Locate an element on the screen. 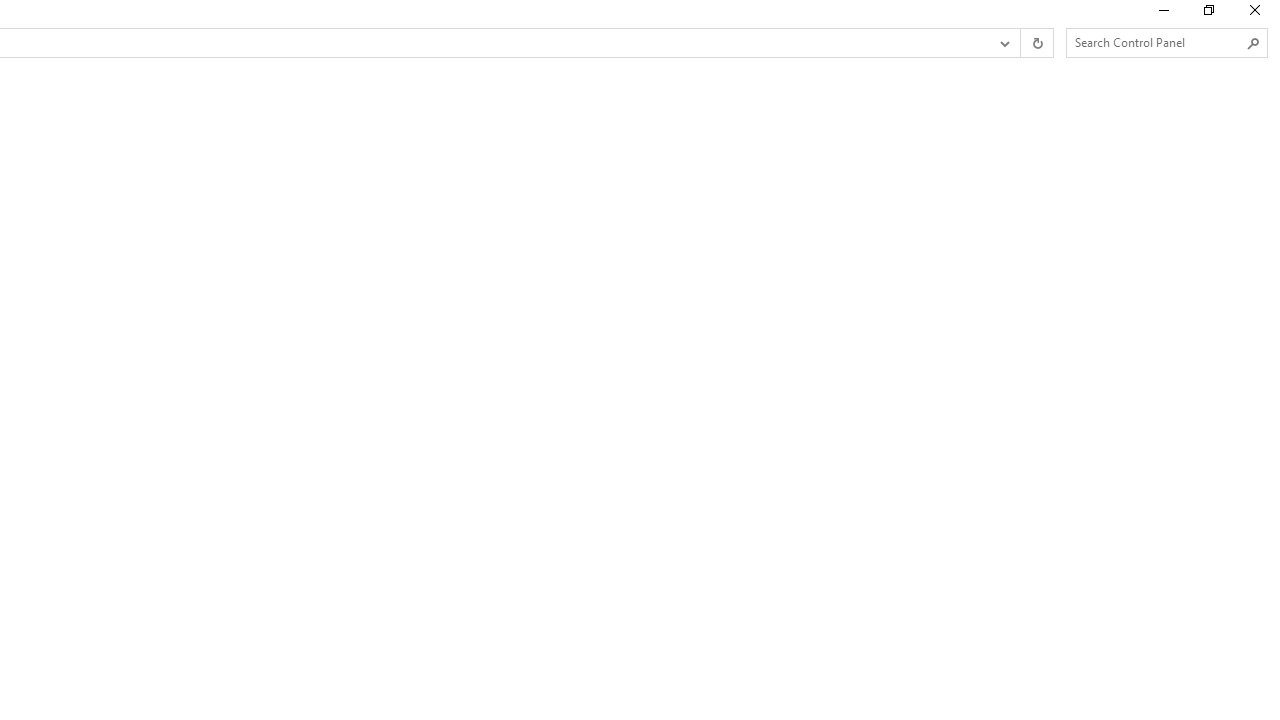 The height and width of the screenshot is (720, 1280). 'Search Box' is located at coordinates (1157, 42).